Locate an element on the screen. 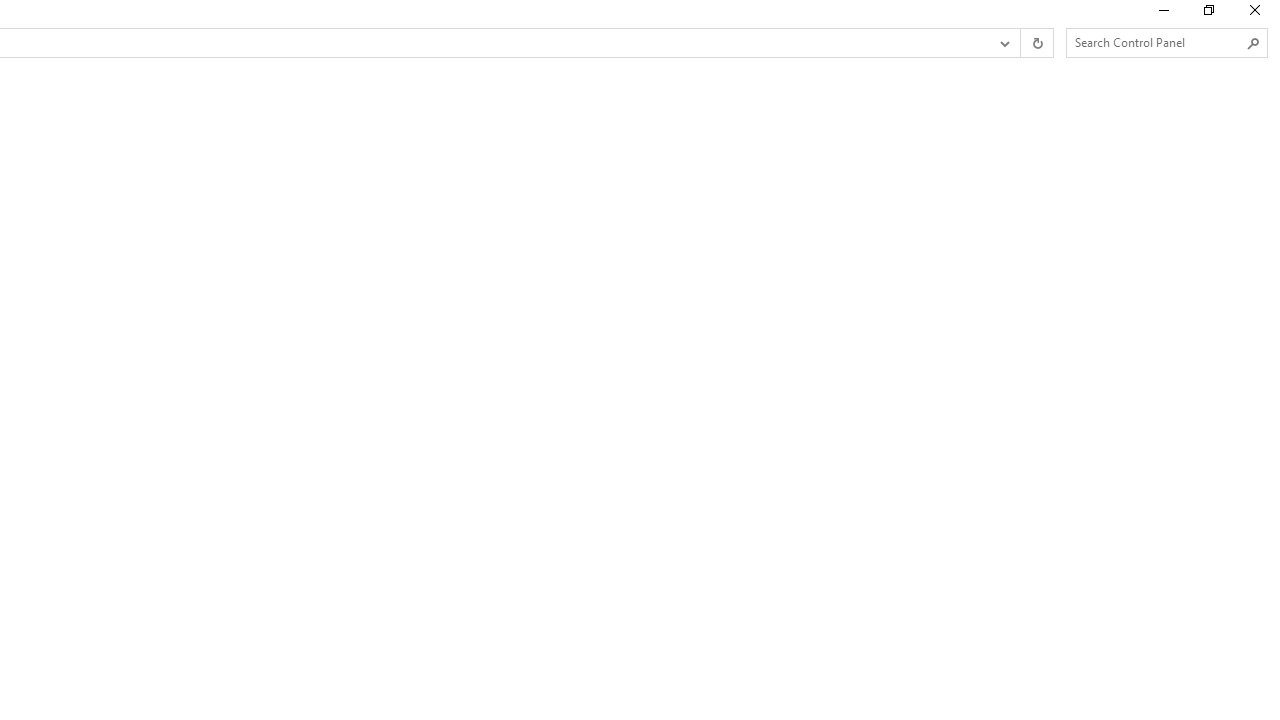 The height and width of the screenshot is (720, 1280). 'Search Box' is located at coordinates (1157, 42).